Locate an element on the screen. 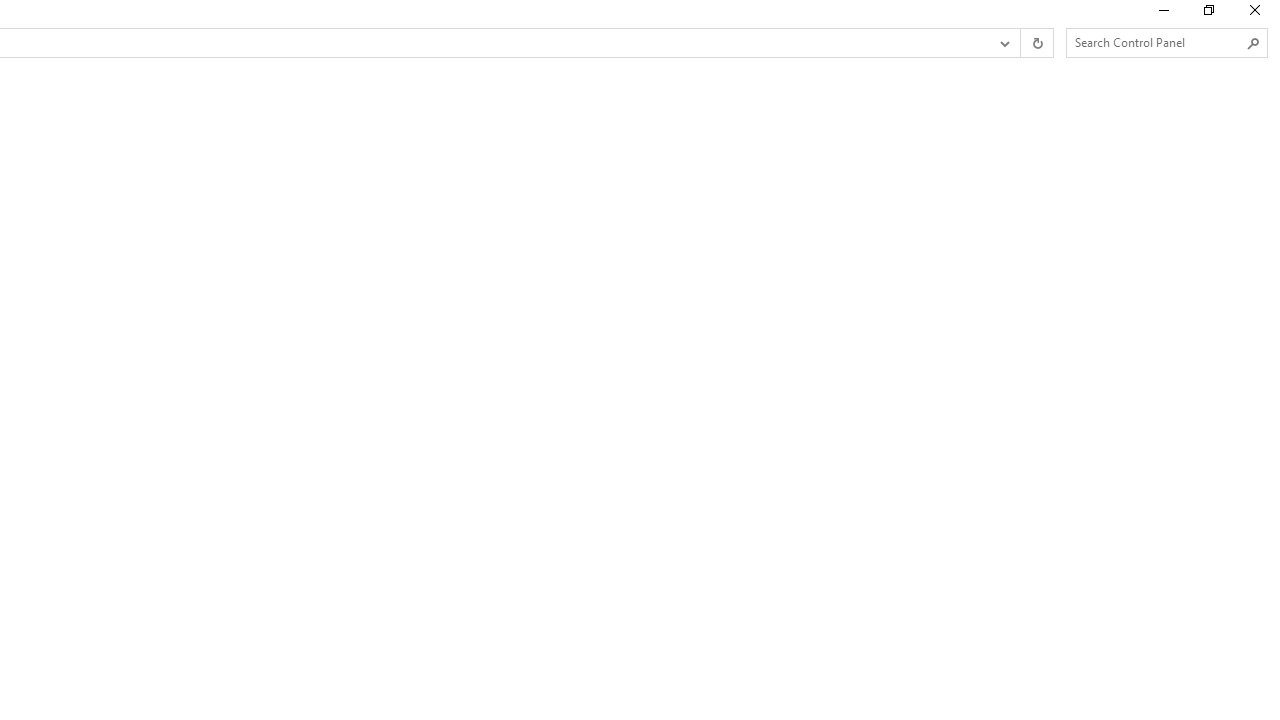 The height and width of the screenshot is (720, 1280). 'Search Box' is located at coordinates (1157, 42).